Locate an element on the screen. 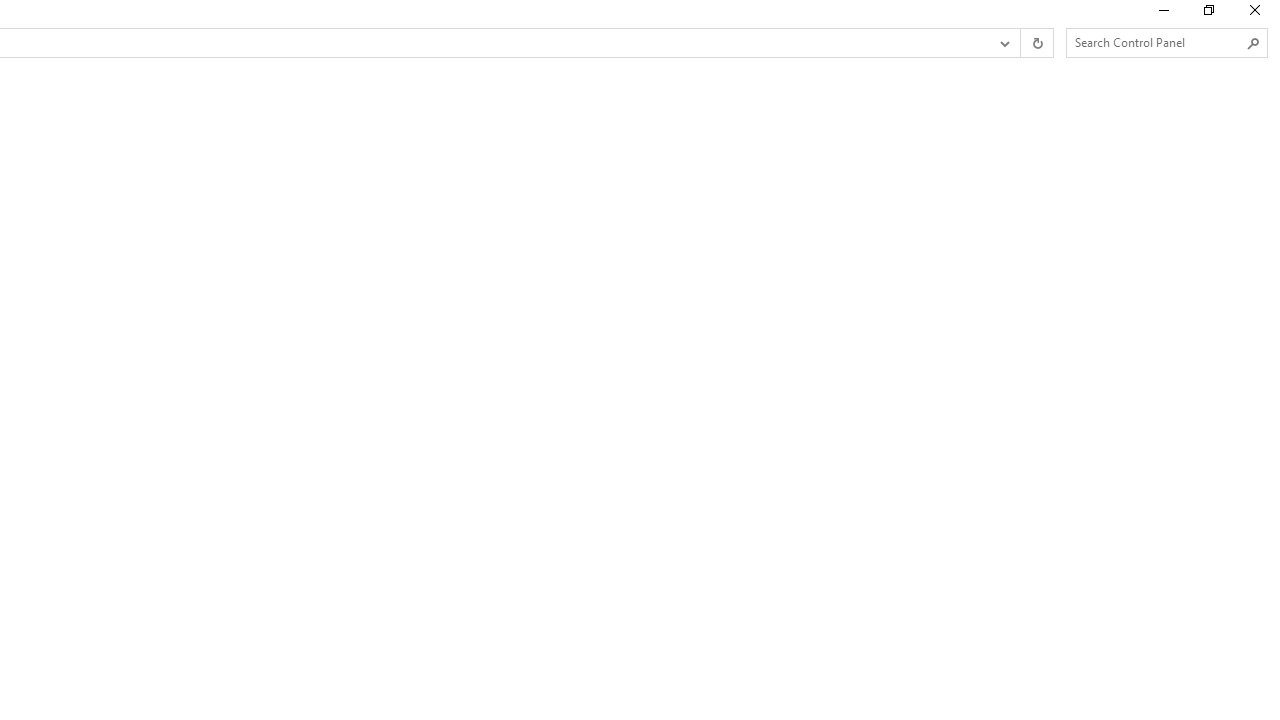 The height and width of the screenshot is (720, 1280). 'Search Box' is located at coordinates (1157, 42).